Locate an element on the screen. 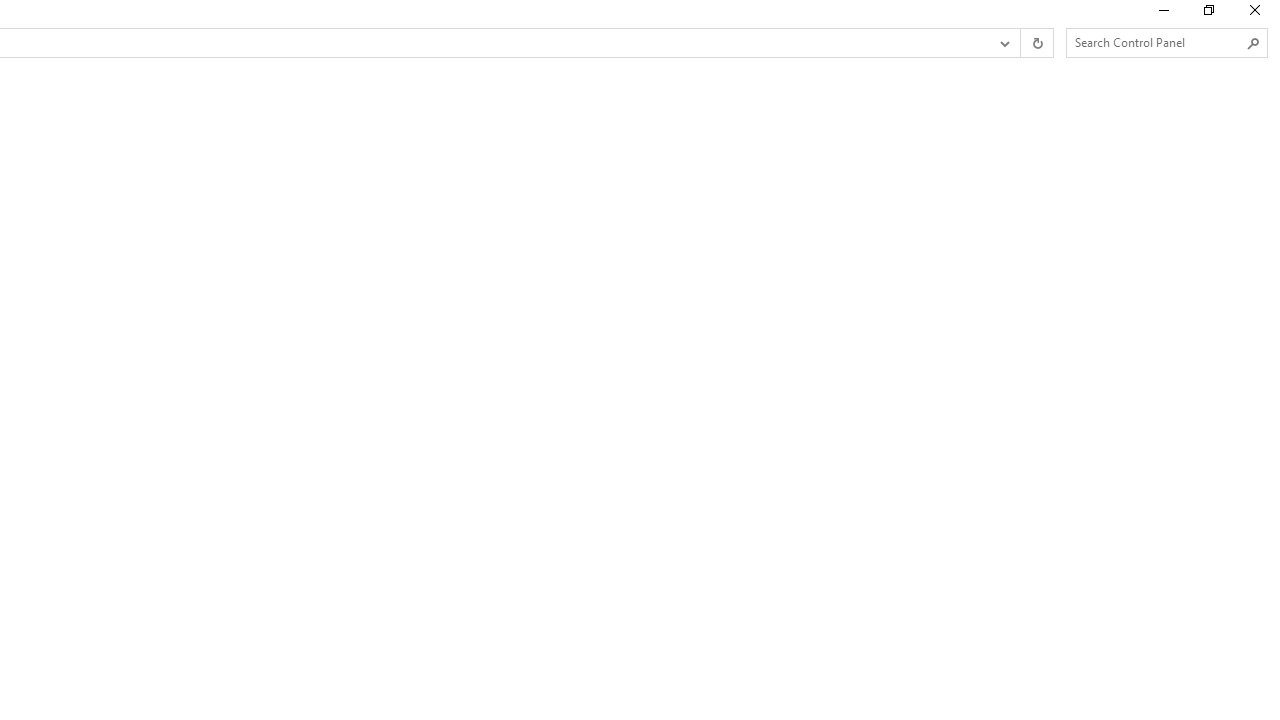 The height and width of the screenshot is (720, 1280). 'Search Box' is located at coordinates (1157, 42).